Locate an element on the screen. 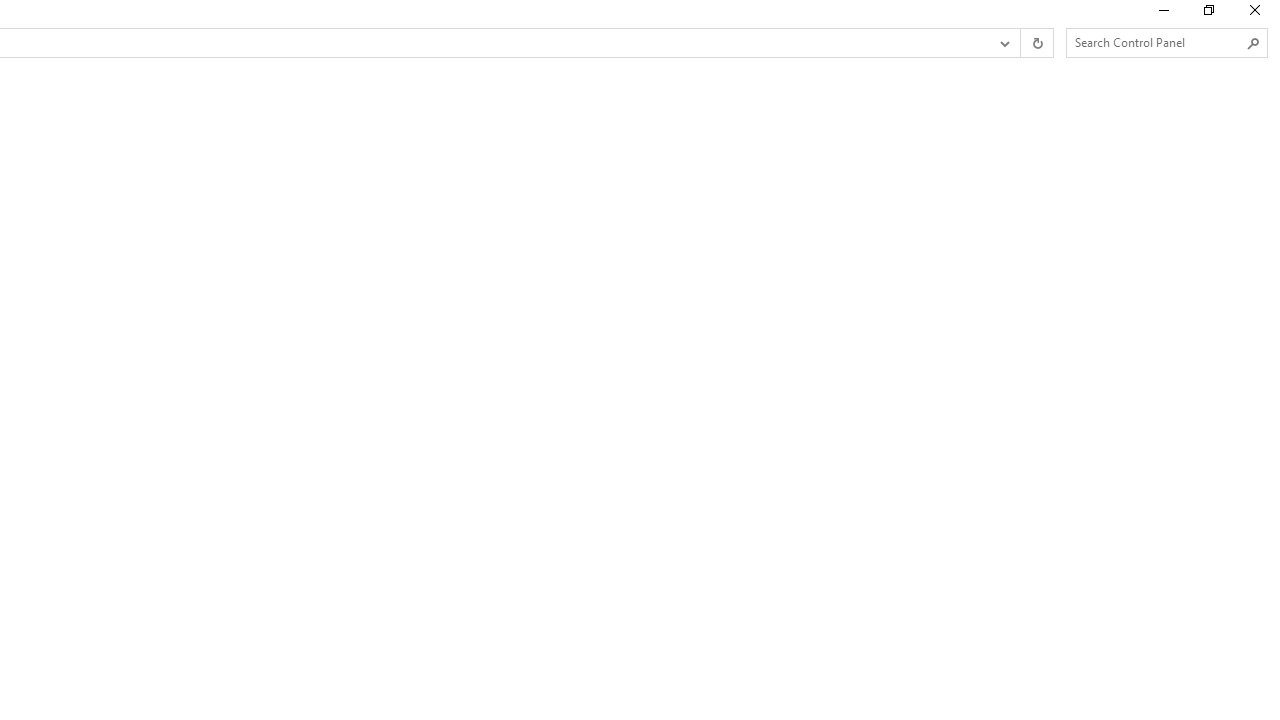 The height and width of the screenshot is (720, 1280). 'Search Box' is located at coordinates (1157, 42).